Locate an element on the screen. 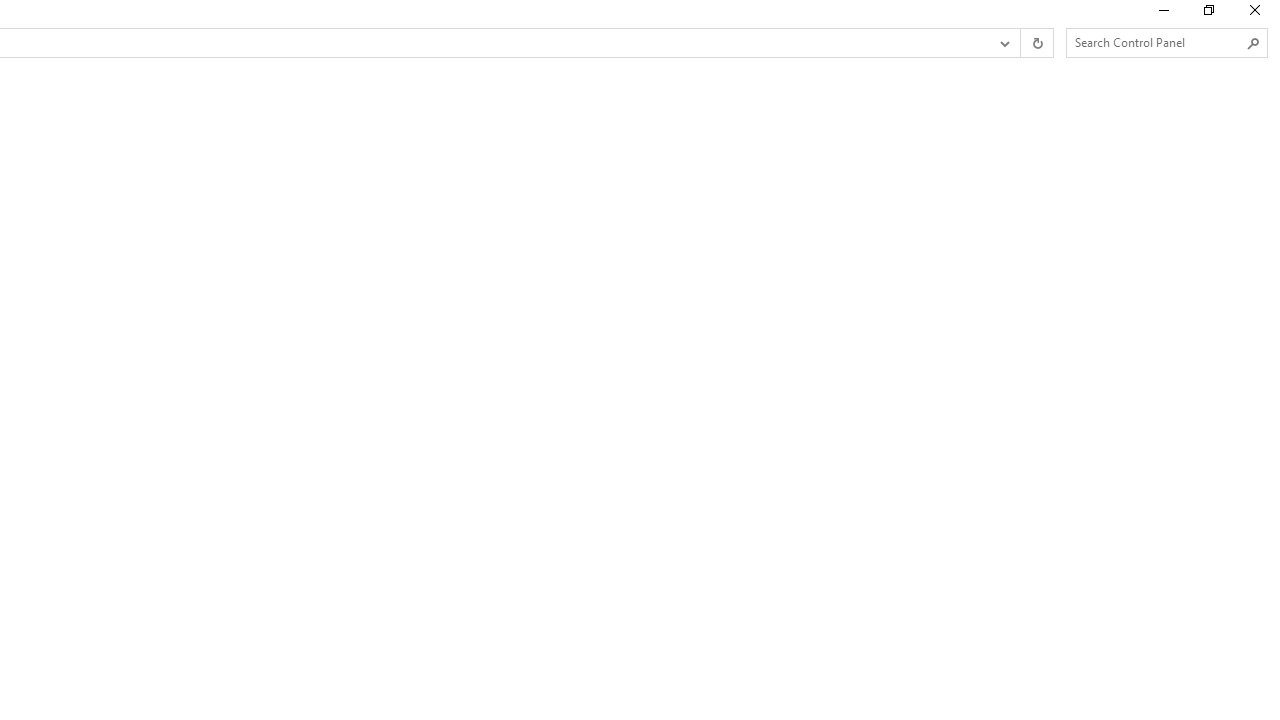 The height and width of the screenshot is (720, 1280). 'Search Box' is located at coordinates (1157, 42).